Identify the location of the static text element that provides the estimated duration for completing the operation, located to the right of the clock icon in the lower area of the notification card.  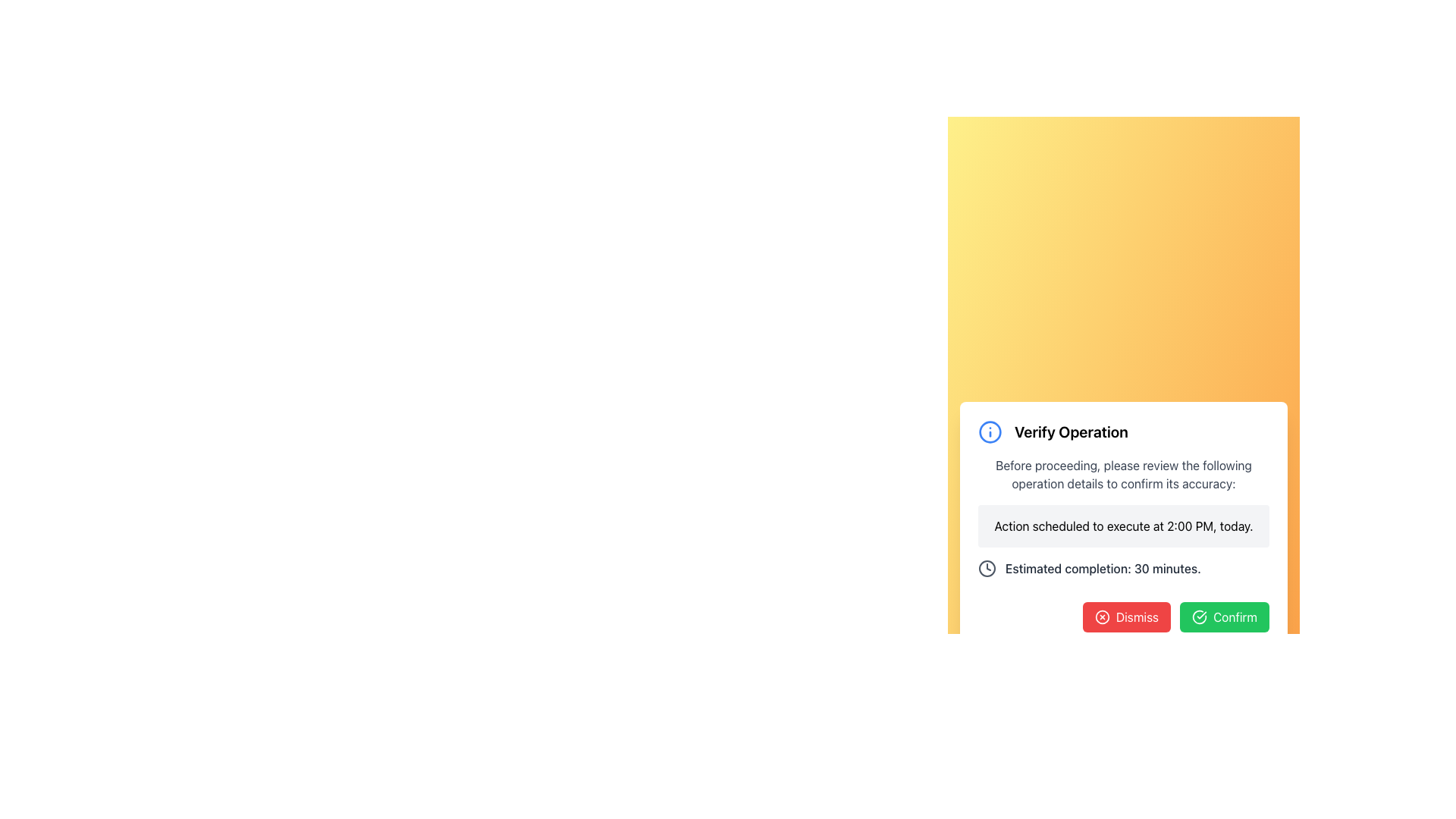
(1103, 568).